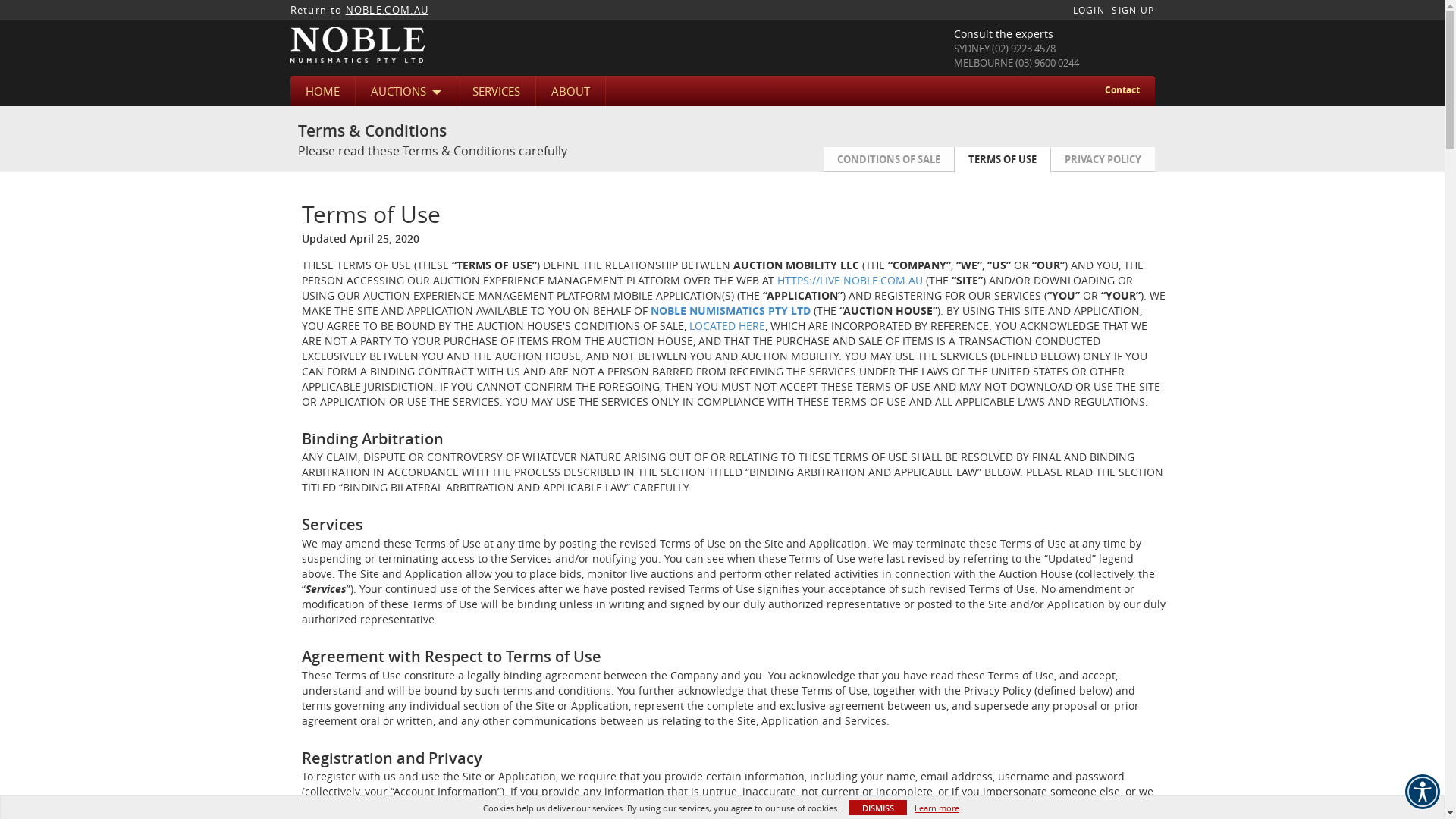 Image resolution: width=1456 pixels, height=819 pixels. What do you see at coordinates (726, 325) in the screenshot?
I see `'LOCATED HERE'` at bounding box center [726, 325].